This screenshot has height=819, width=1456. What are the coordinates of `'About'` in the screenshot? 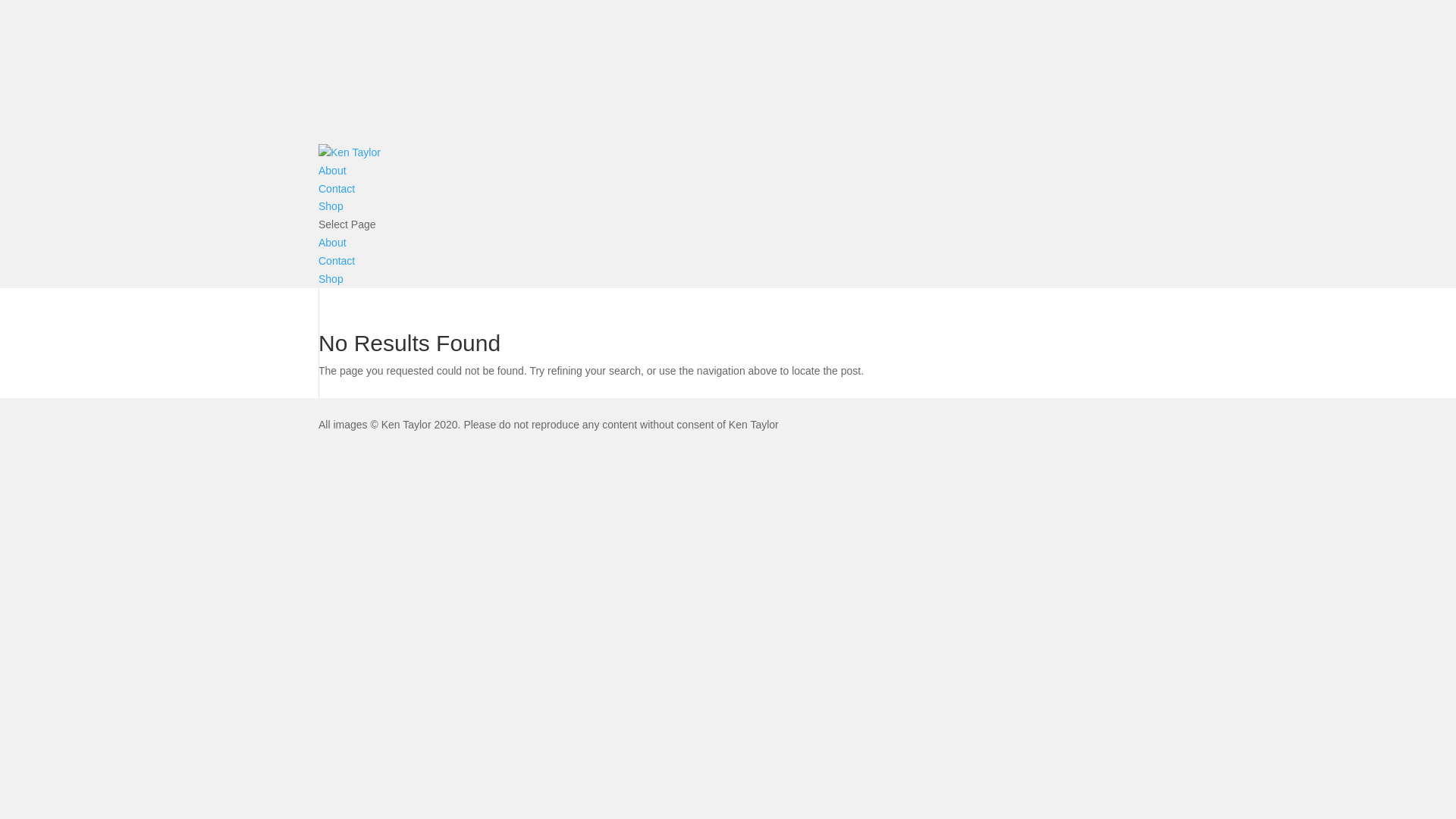 It's located at (331, 242).